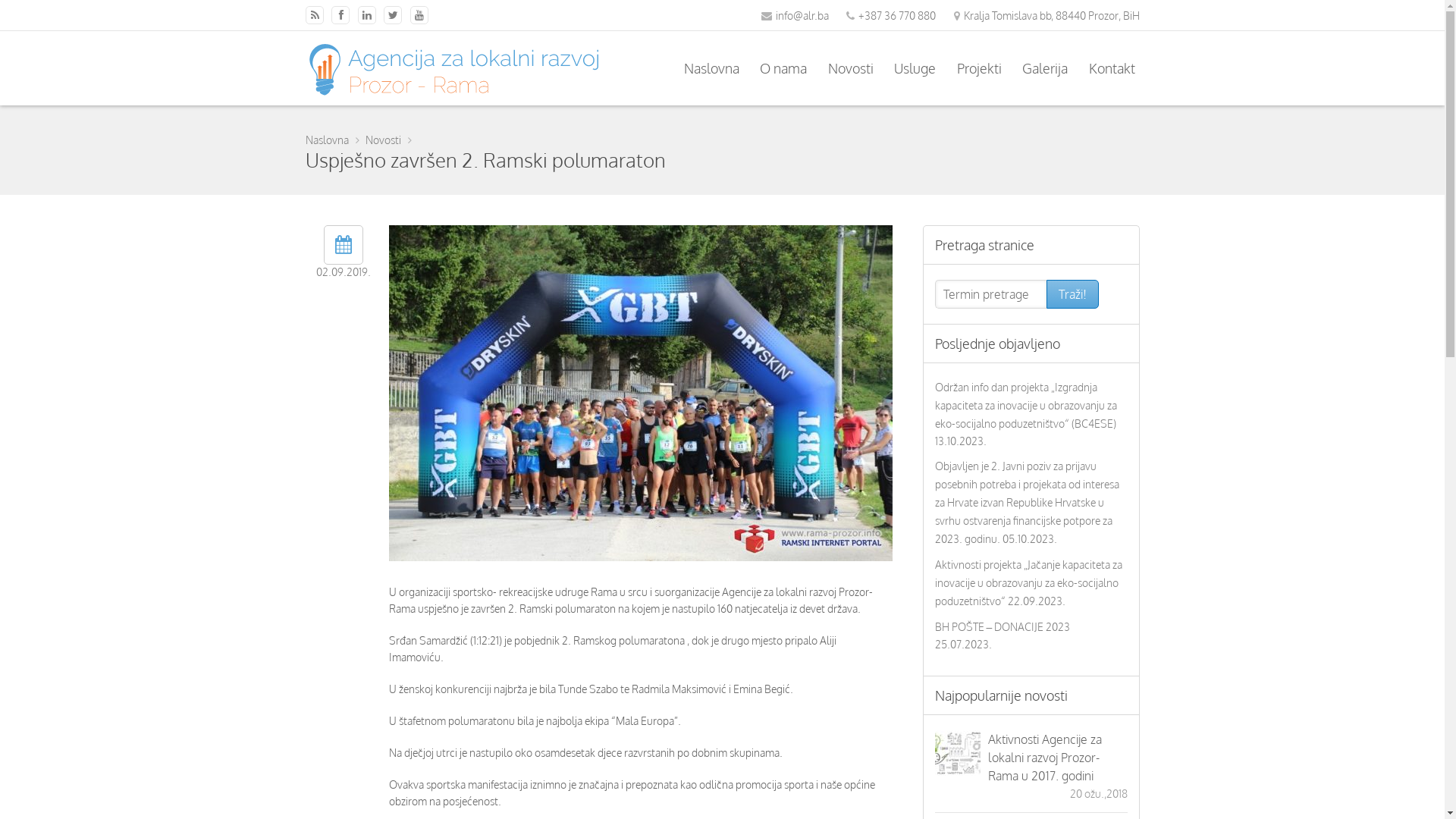  I want to click on 'Naslovna', so click(328, 140).